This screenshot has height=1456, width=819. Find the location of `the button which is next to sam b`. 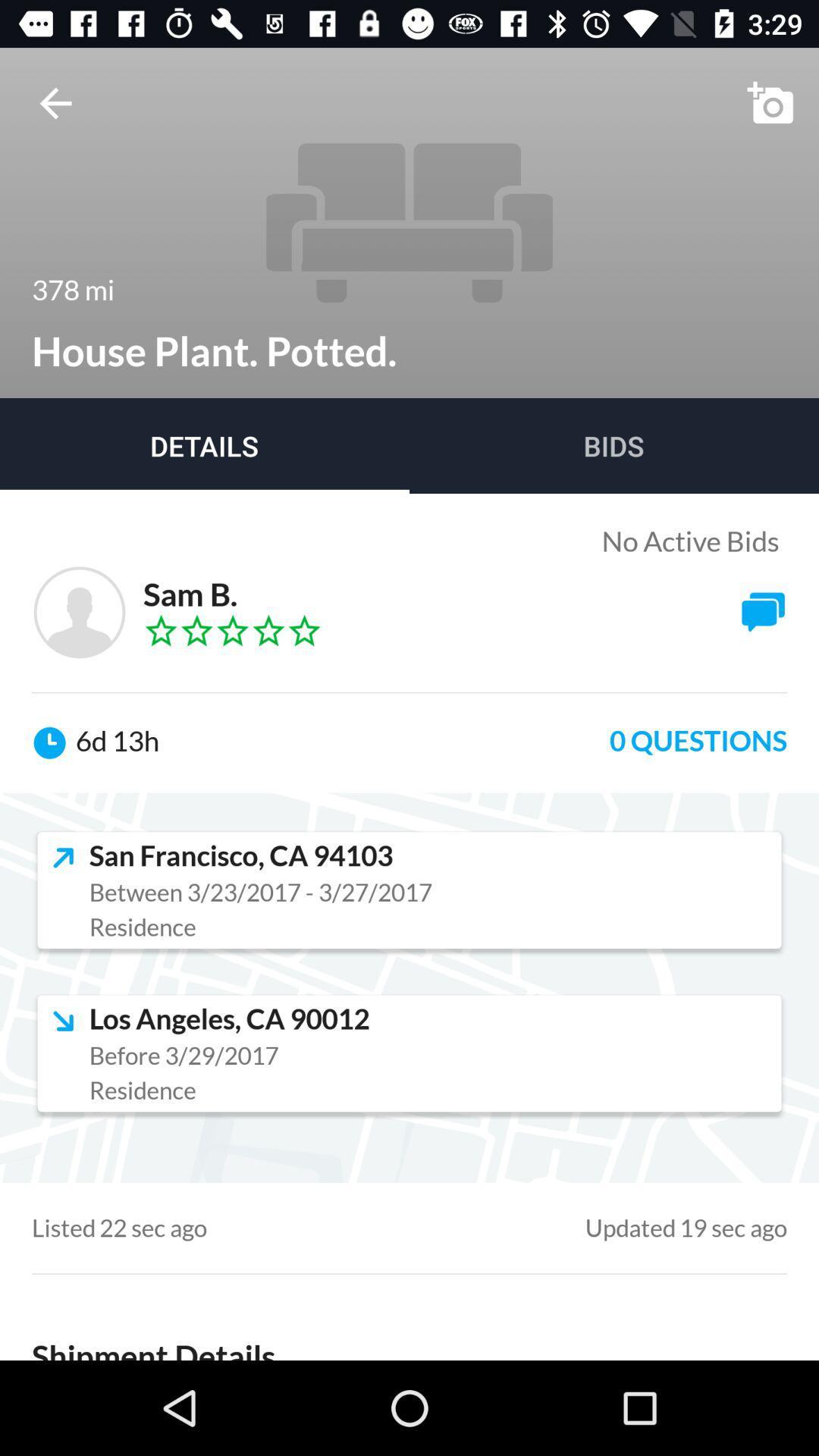

the button which is next to sam b is located at coordinates (763, 612).